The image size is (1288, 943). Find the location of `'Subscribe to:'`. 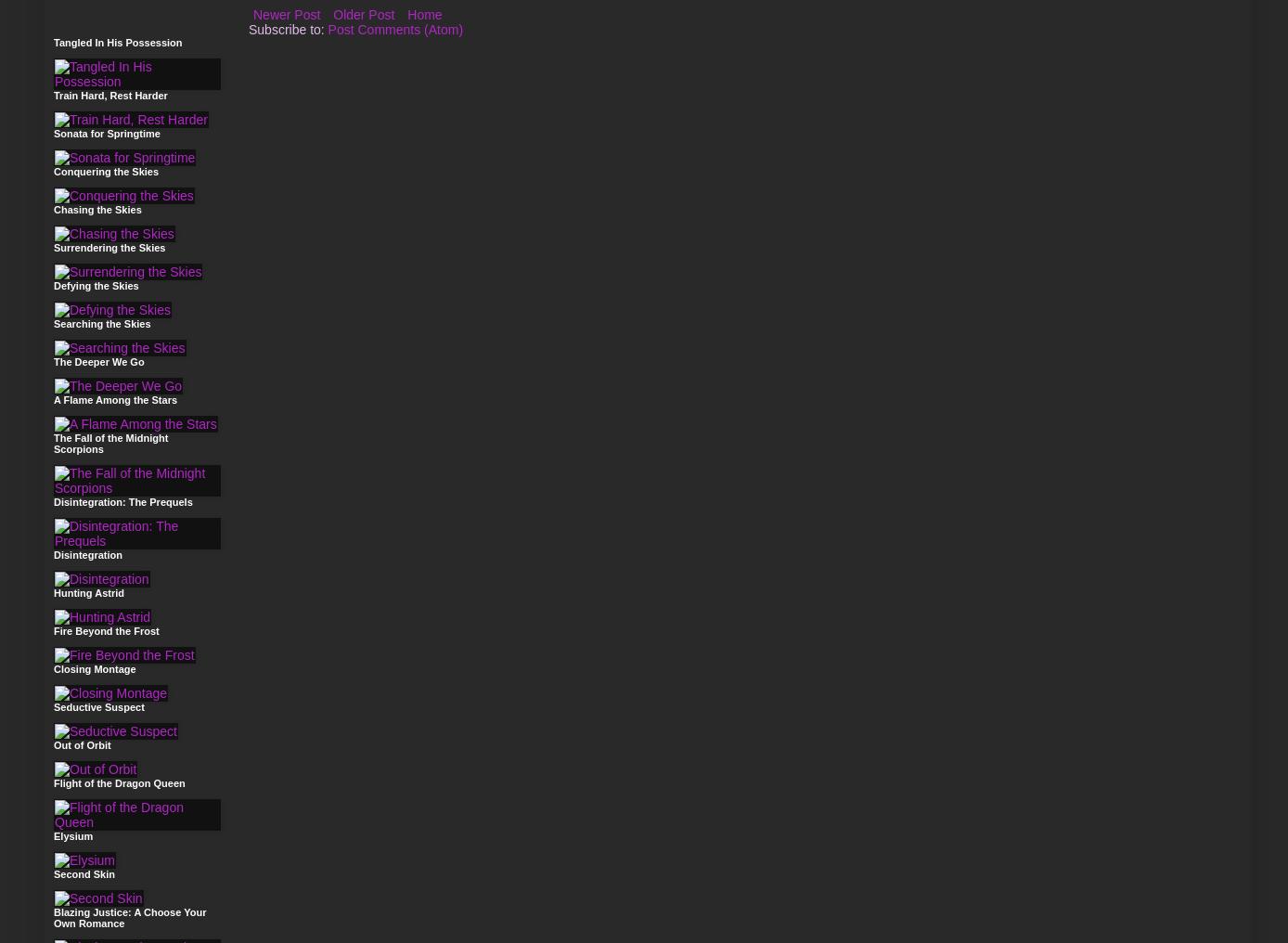

'Subscribe to:' is located at coordinates (287, 29).